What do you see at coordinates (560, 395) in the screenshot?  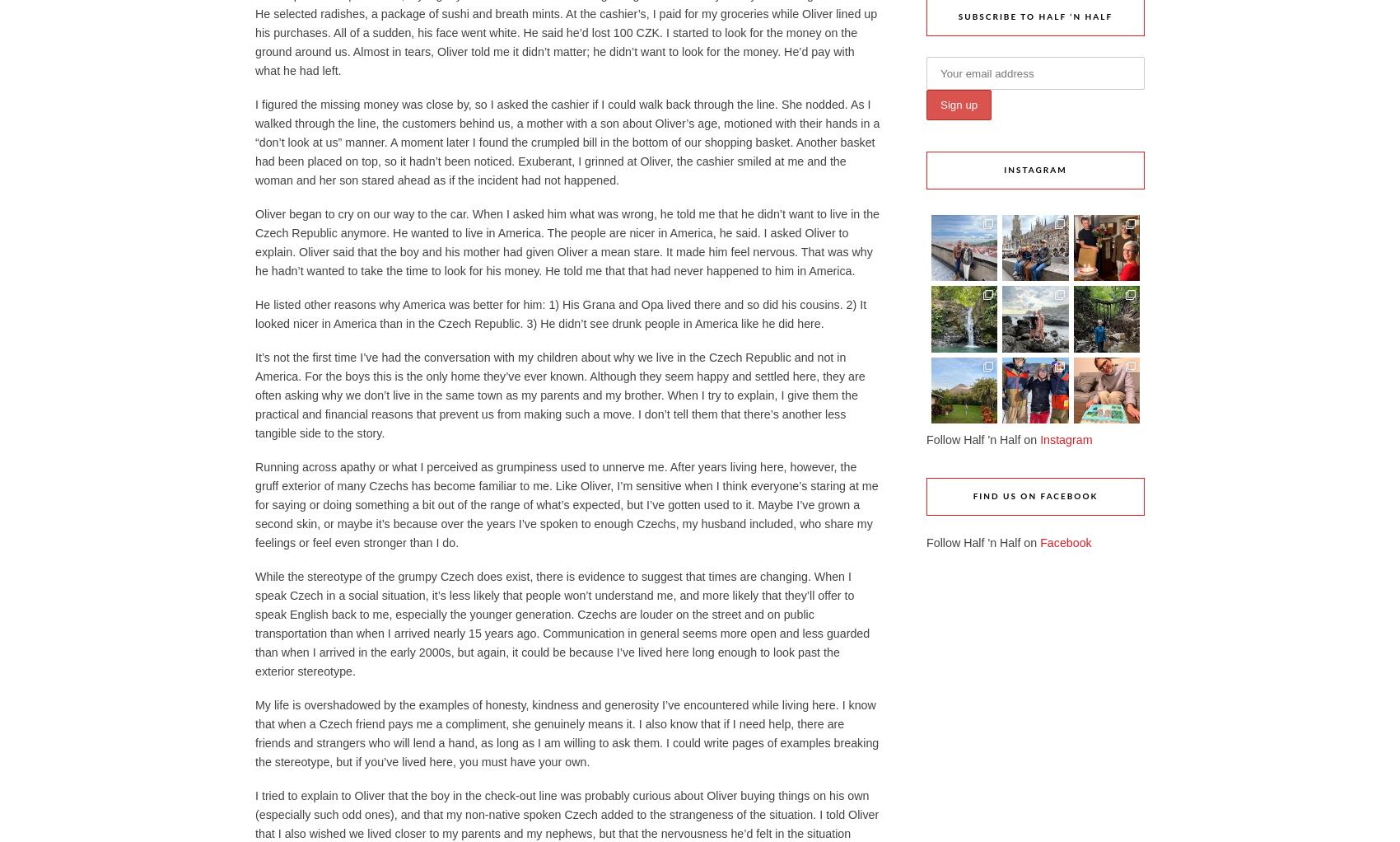 I see `'It’s not the first time I’ve had the conversation with my children about why we live in the Czech Republic and not in America. For the boys this is the only home they’ve ever known. Although they seem happy and settled here, they are often asking why we don’t live in the same town as my parents and my brother. When I try to explain, I give them the practical and financial reasons that prevent us from making such a move. I don’t tell them that there’s another less tangible side to the story.'` at bounding box center [560, 395].